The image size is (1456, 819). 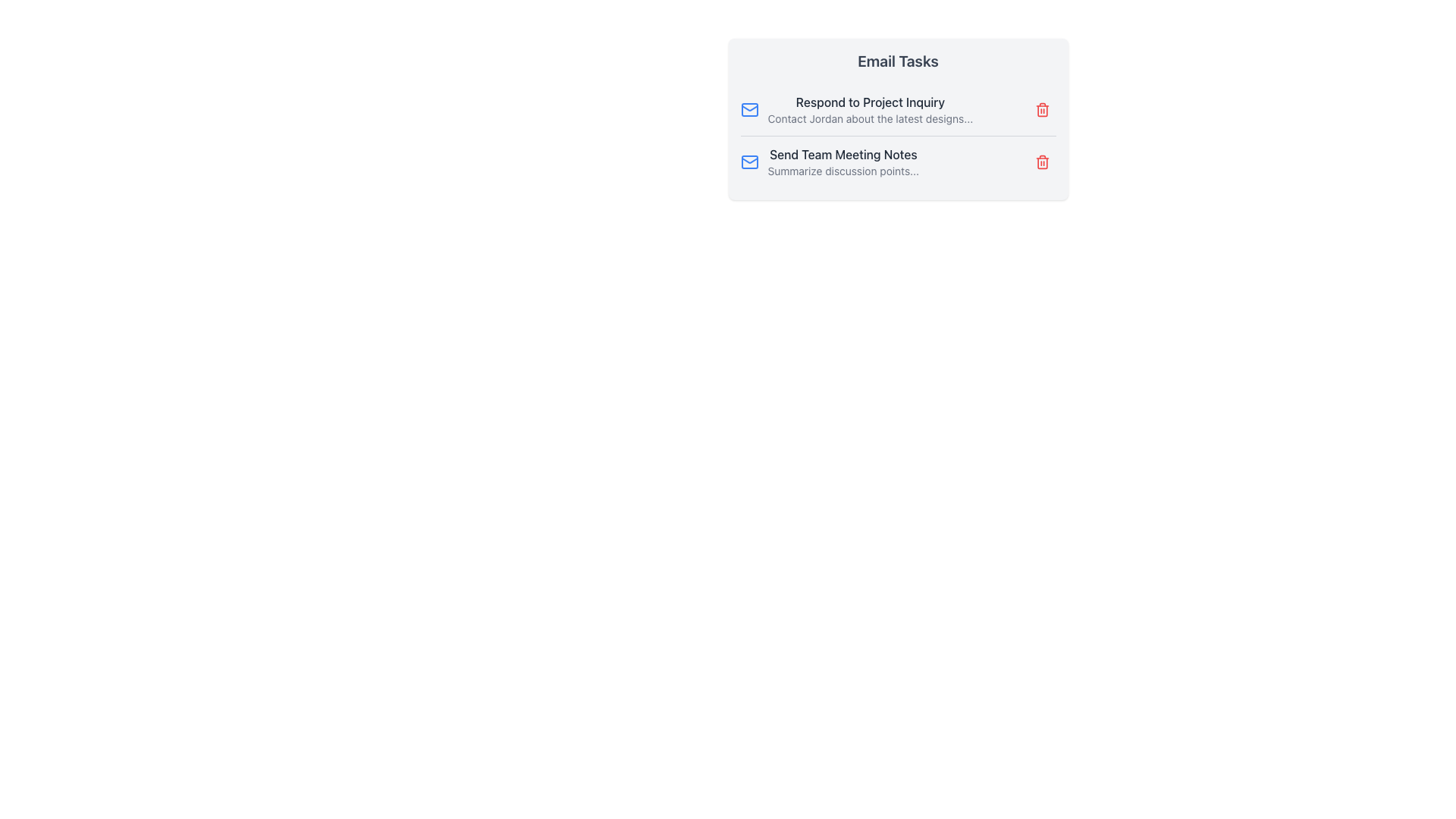 I want to click on the Header or Label element that identifies the task related to project inquiries, located in the task card labeled 'Email Tasks', so click(x=870, y=102).